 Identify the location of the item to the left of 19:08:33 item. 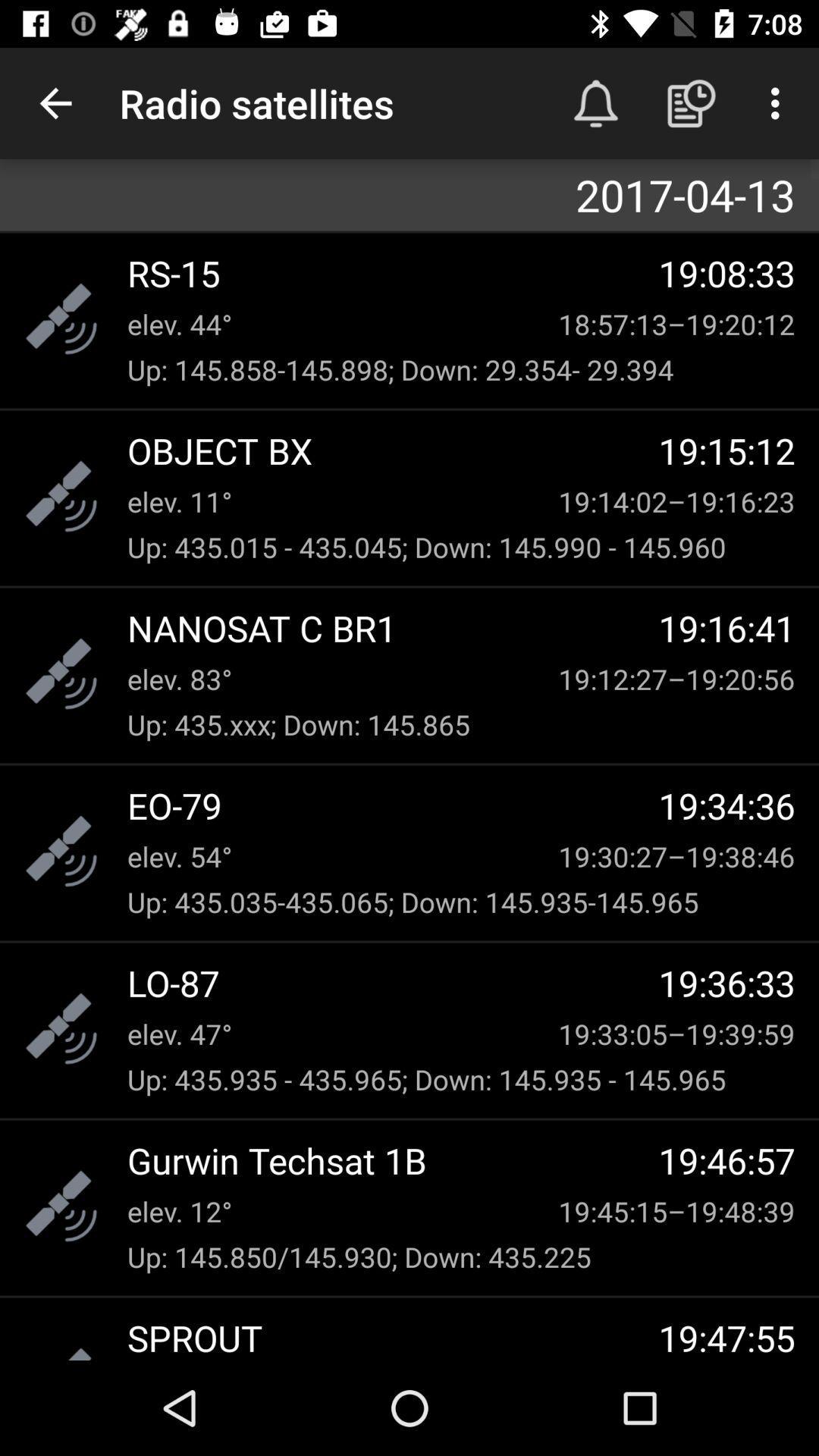
(392, 273).